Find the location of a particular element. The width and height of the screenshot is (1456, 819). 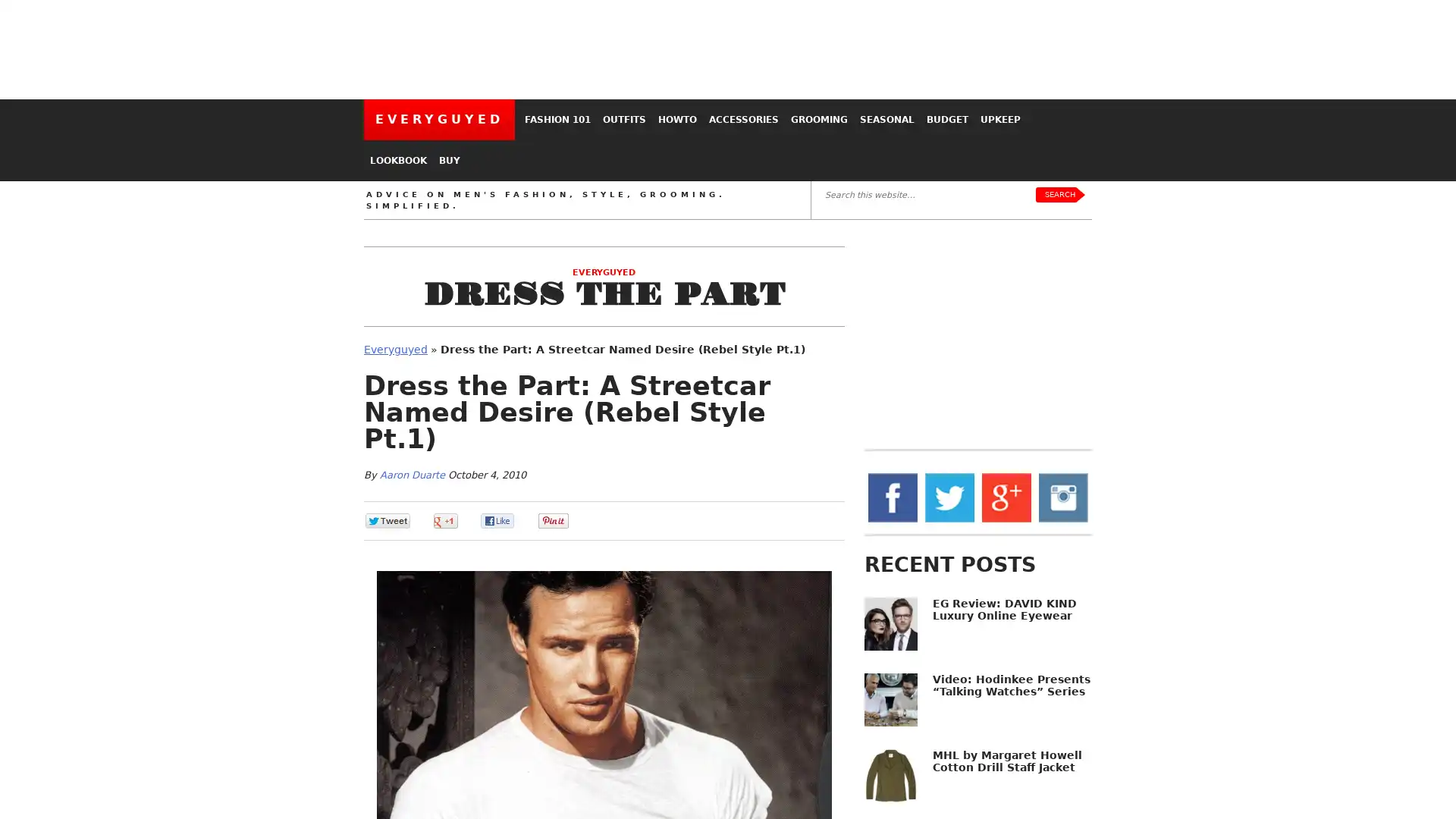

Search is located at coordinates (1059, 194).